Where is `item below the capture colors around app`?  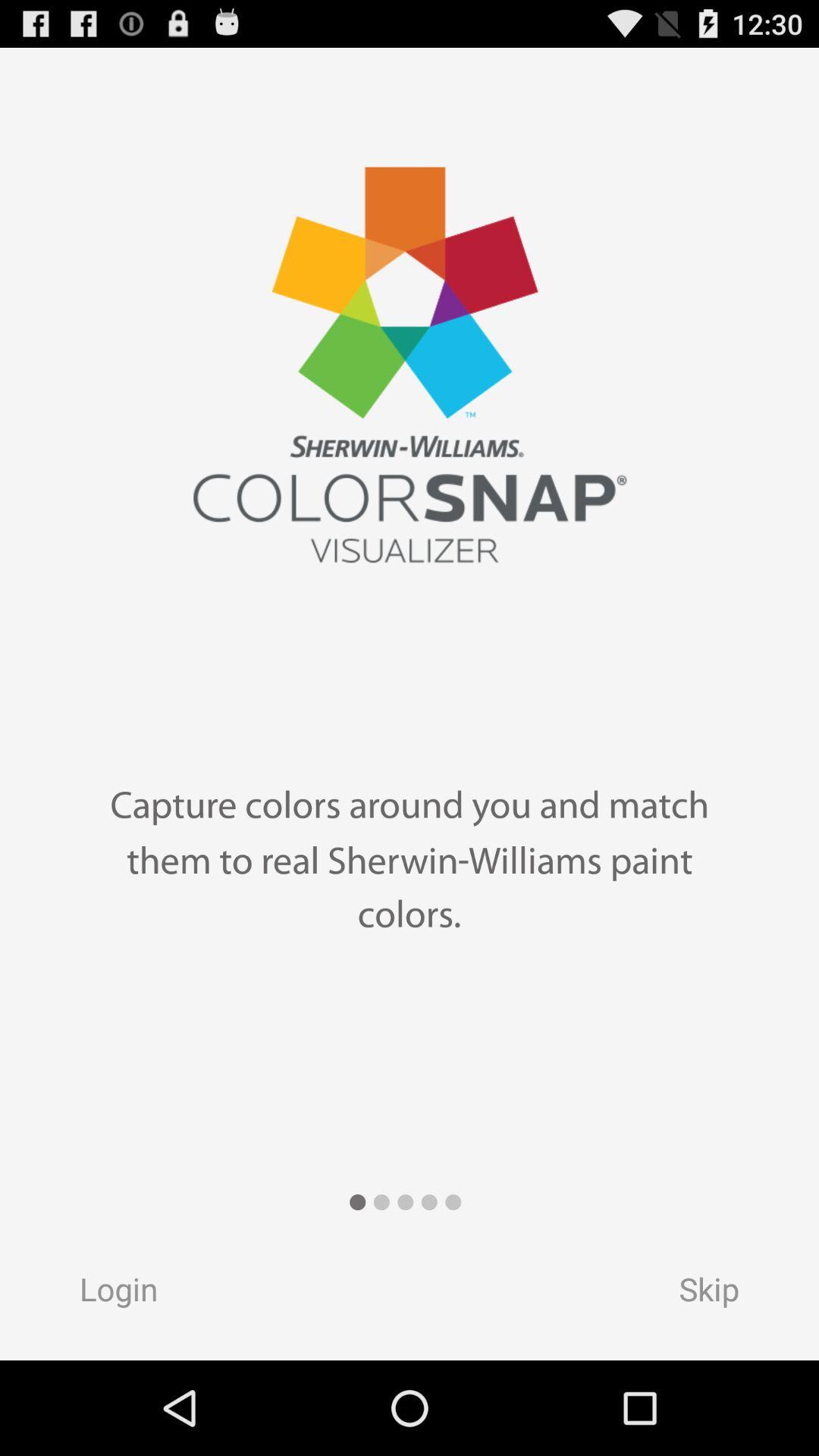
item below the capture colors around app is located at coordinates (103, 1293).